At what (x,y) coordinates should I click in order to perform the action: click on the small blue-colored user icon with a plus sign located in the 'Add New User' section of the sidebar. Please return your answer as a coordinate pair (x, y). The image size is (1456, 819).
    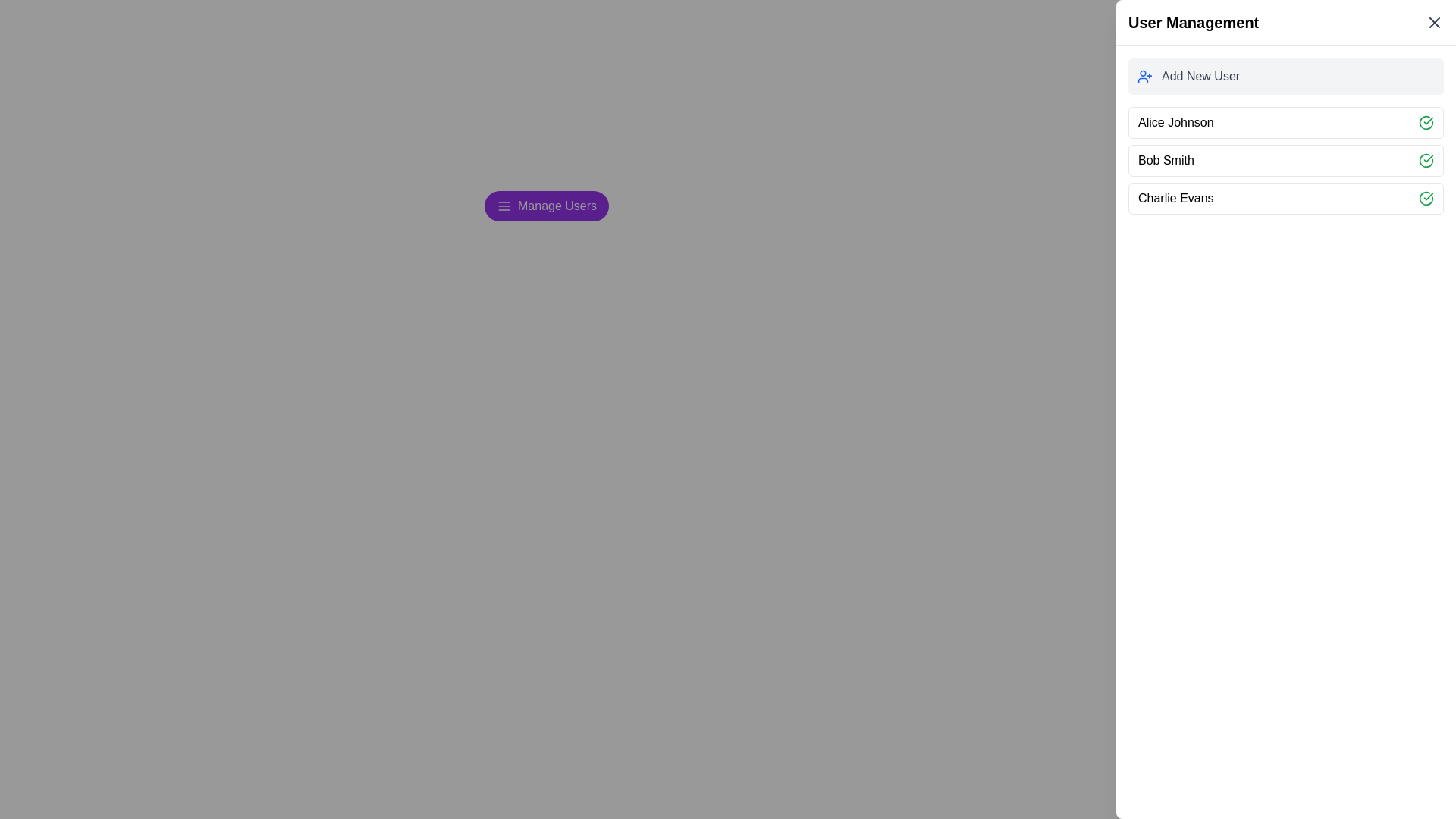
    Looking at the image, I should click on (1145, 76).